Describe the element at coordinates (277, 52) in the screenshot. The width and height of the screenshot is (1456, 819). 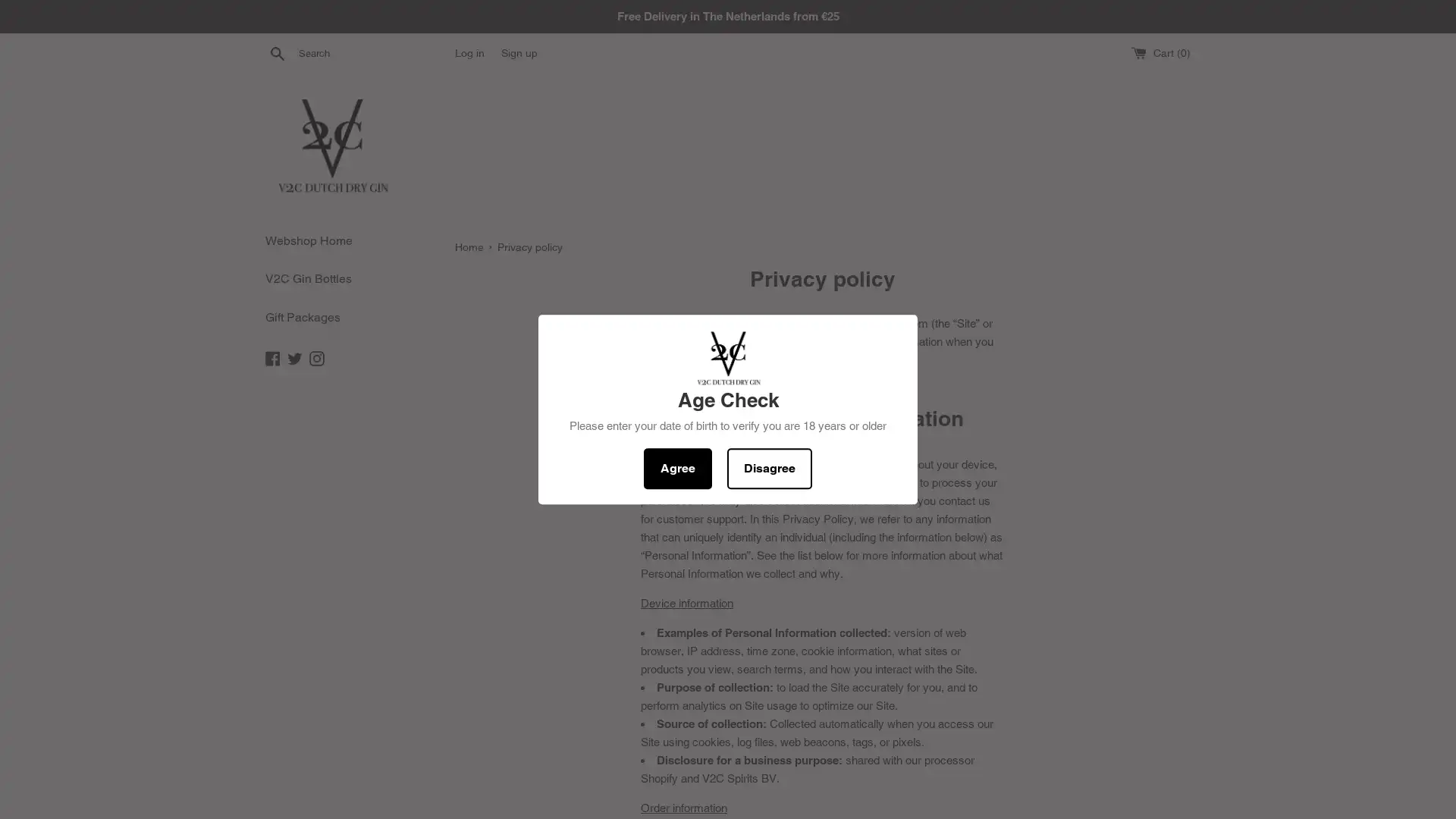
I see `Search` at that location.